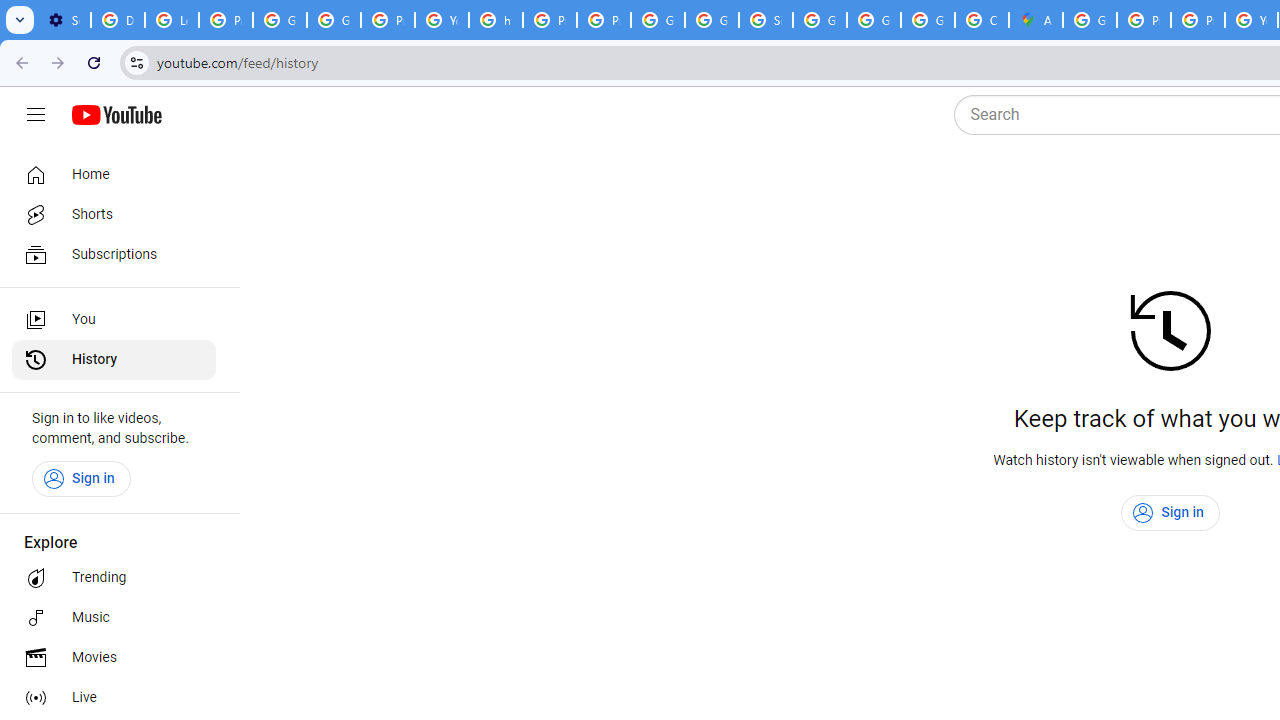 This screenshot has width=1280, height=720. I want to click on 'YouTube', so click(440, 20).